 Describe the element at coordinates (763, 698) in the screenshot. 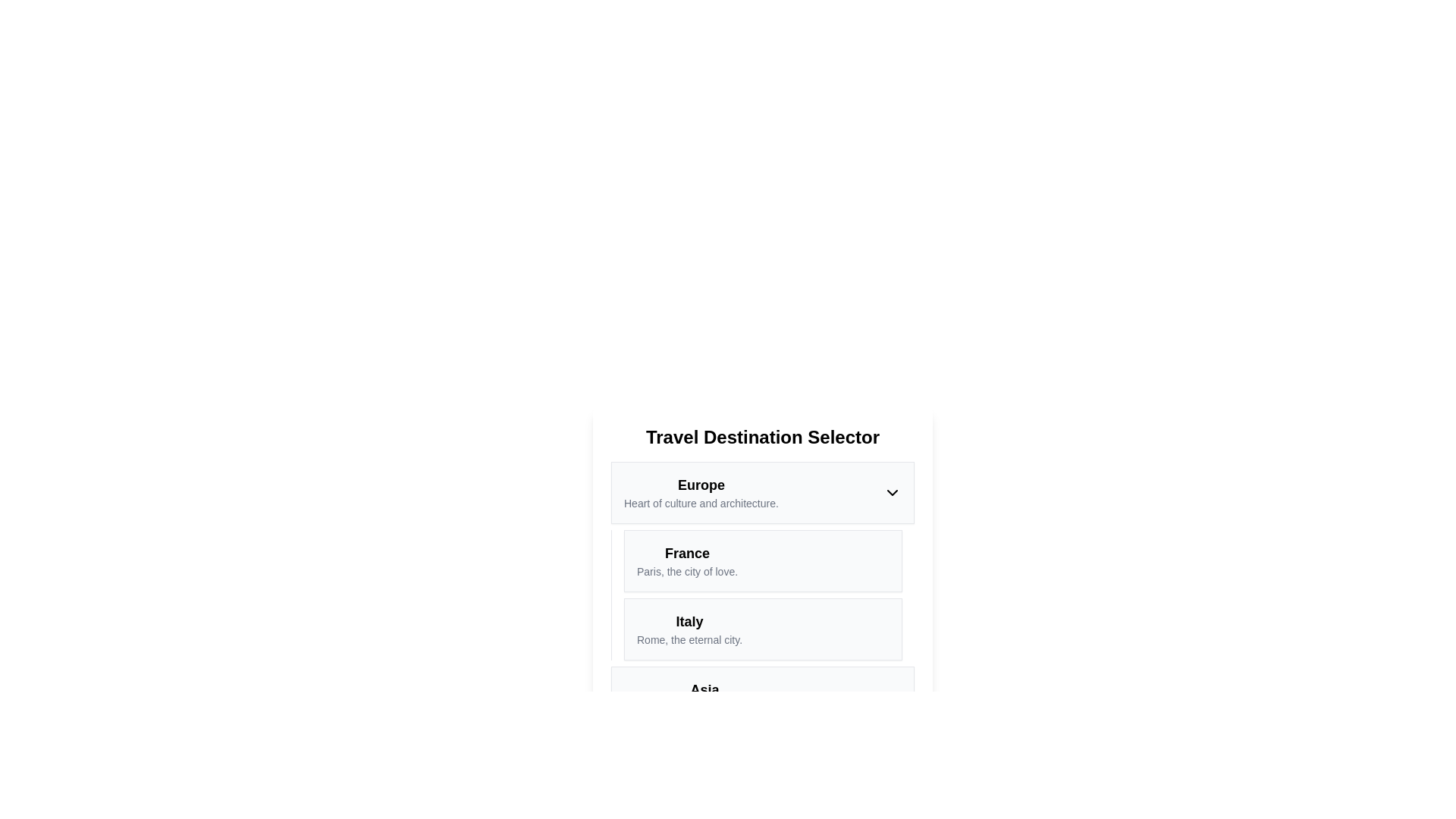

I see `the 'Asia' collapsible section header using keyboard navigation` at that location.